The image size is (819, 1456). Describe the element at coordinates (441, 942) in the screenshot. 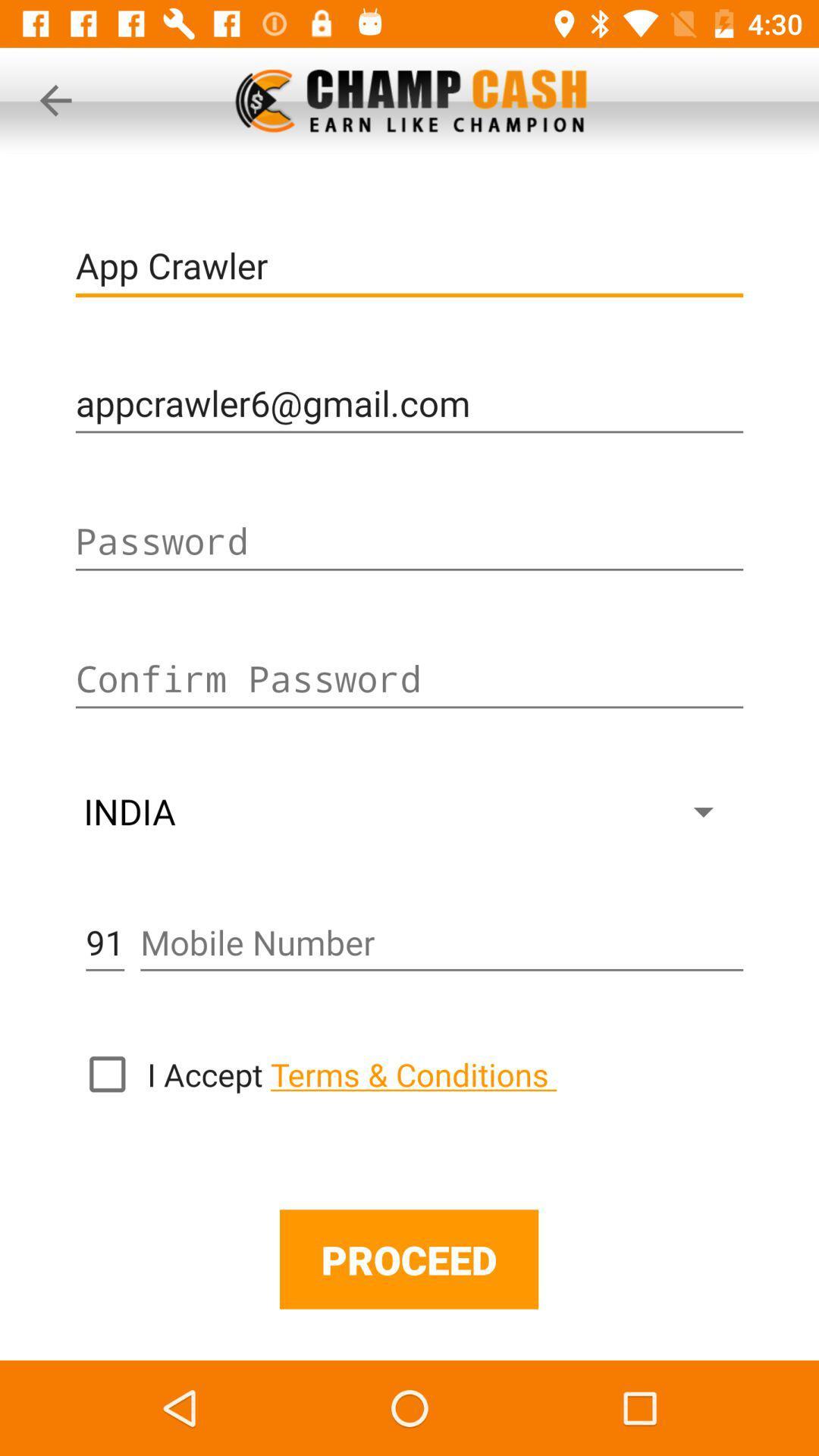

I see `mobile number` at that location.